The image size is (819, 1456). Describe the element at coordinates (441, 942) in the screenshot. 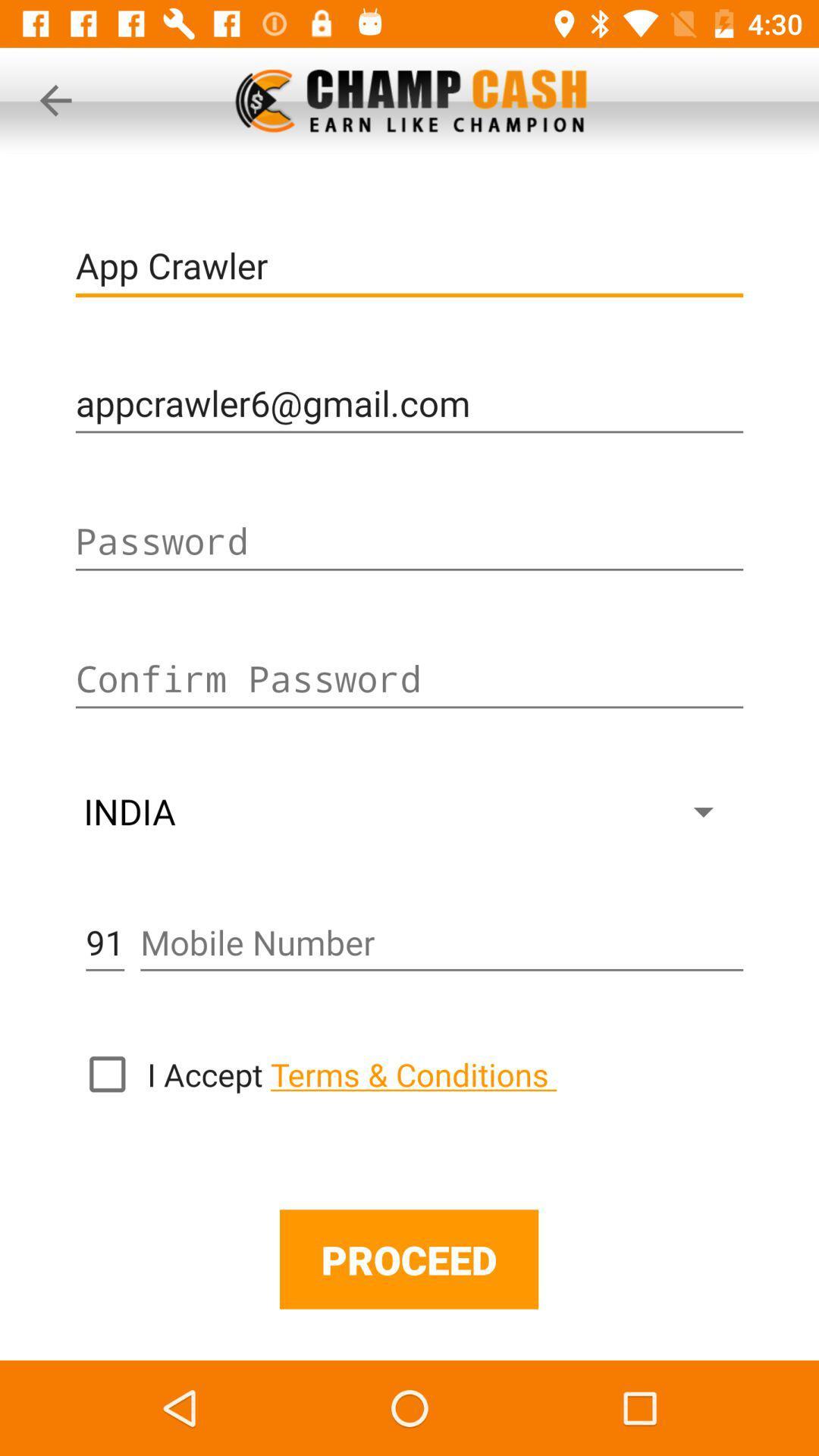

I see `mobile number` at that location.